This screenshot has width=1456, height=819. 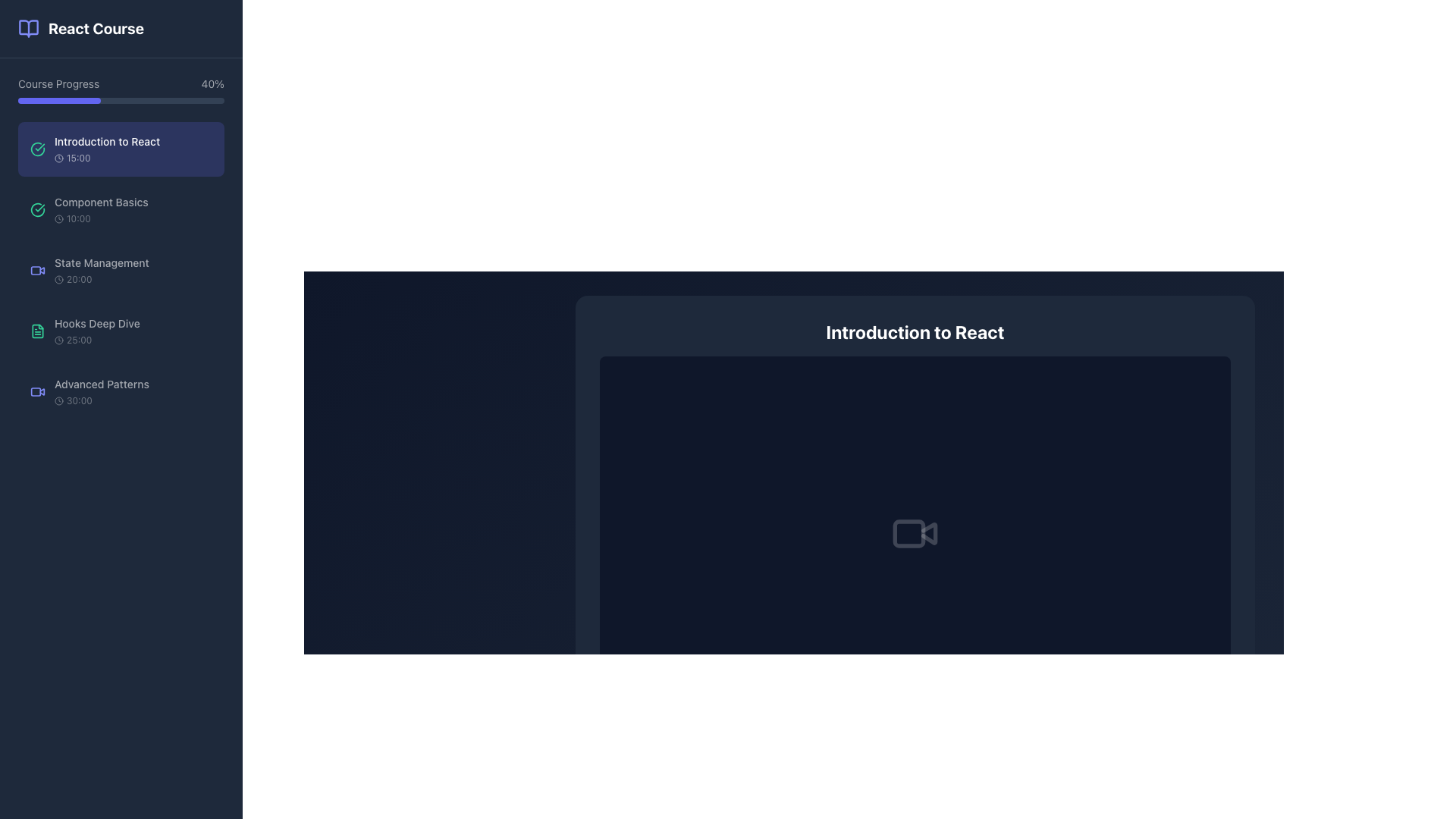 What do you see at coordinates (120, 391) in the screenshot?
I see `the 'Advanced Patterns' list item button, which has a dark background, displays '30:00', and contains a video camera icon, located as the fifth item in a vertical list` at bounding box center [120, 391].